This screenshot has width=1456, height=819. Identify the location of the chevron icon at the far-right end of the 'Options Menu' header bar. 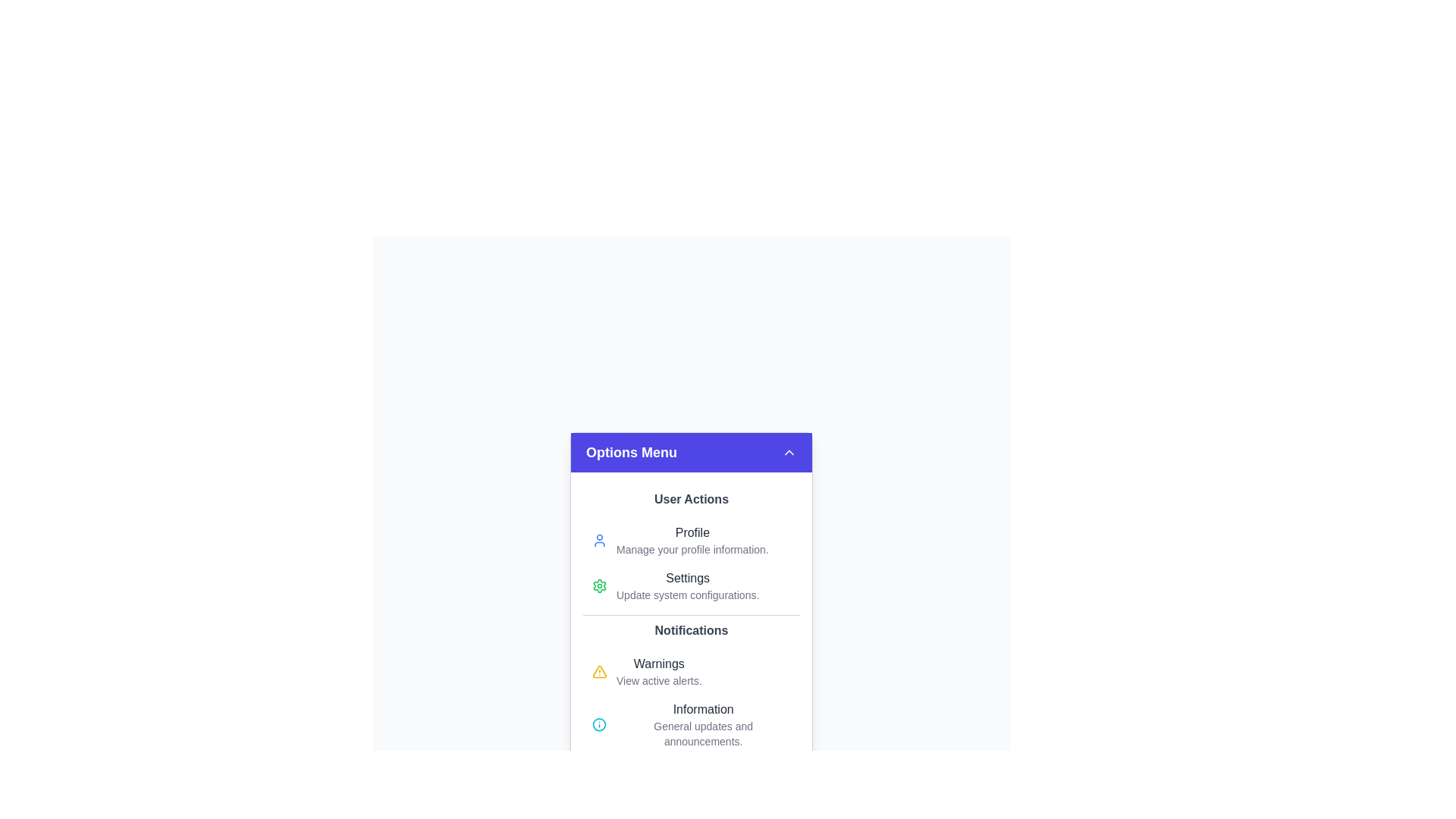
(789, 452).